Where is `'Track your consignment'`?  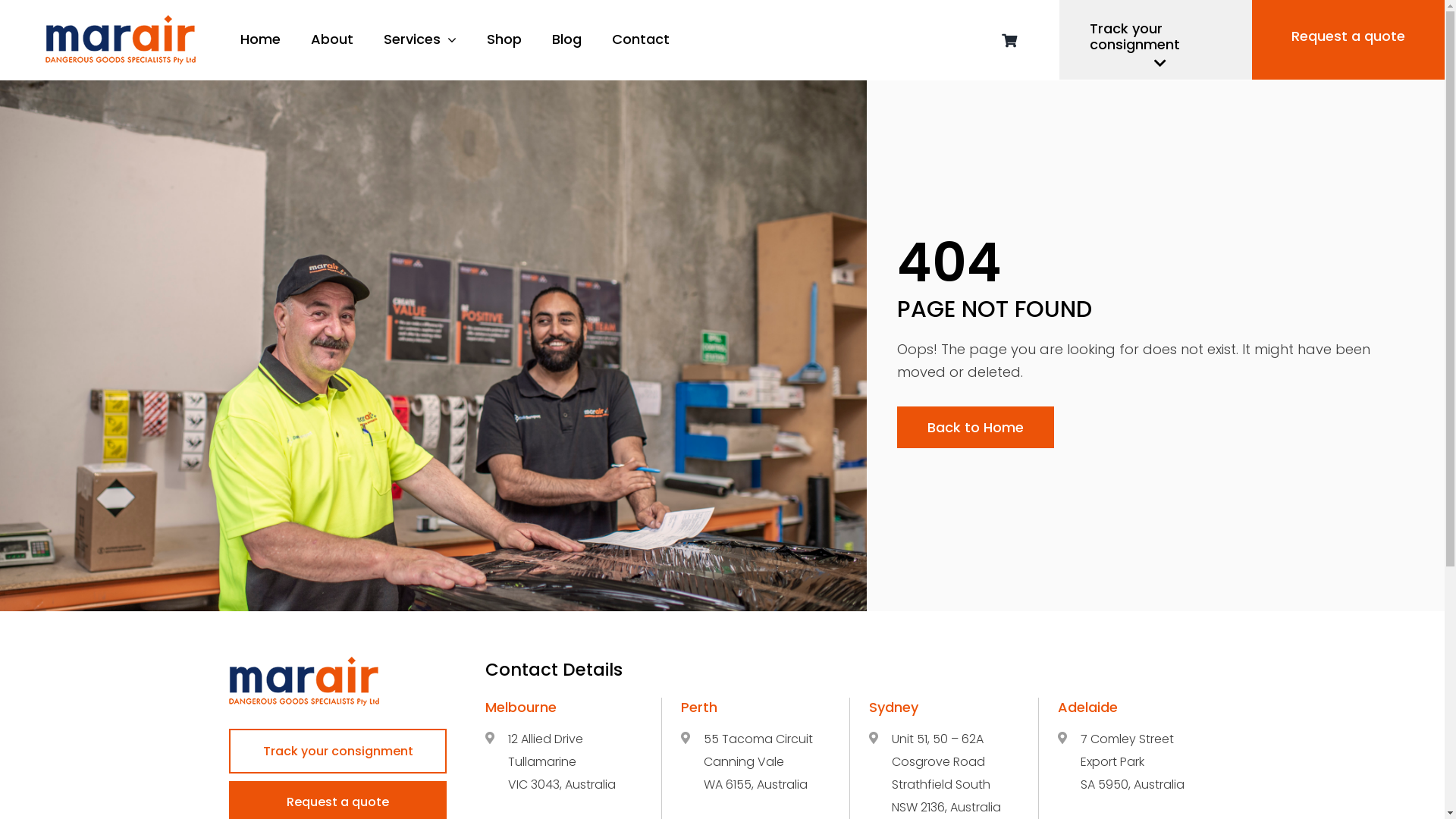
'Track your consignment' is located at coordinates (337, 751).